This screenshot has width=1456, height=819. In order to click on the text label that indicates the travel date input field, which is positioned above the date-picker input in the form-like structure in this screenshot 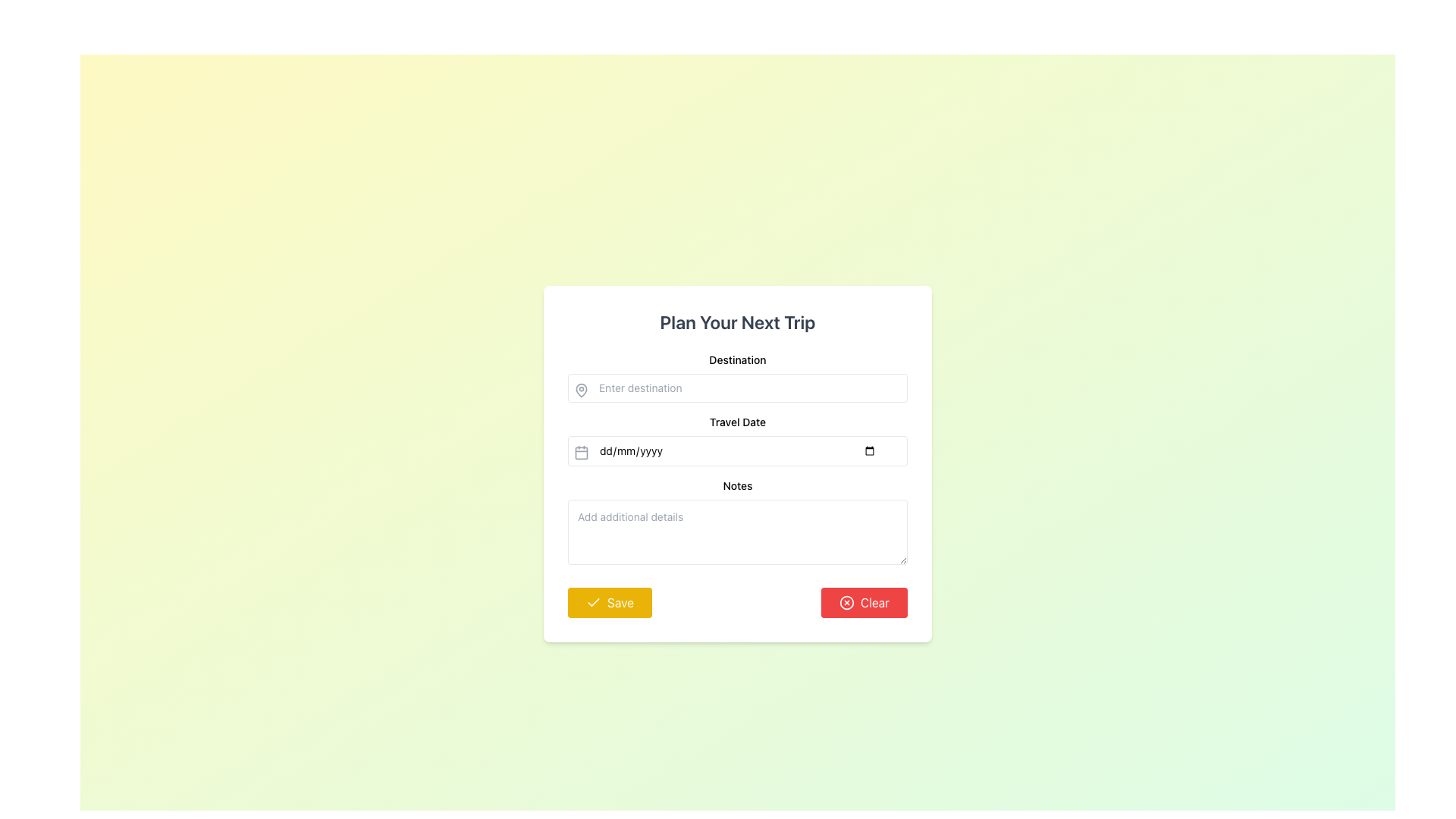, I will do `click(738, 422)`.